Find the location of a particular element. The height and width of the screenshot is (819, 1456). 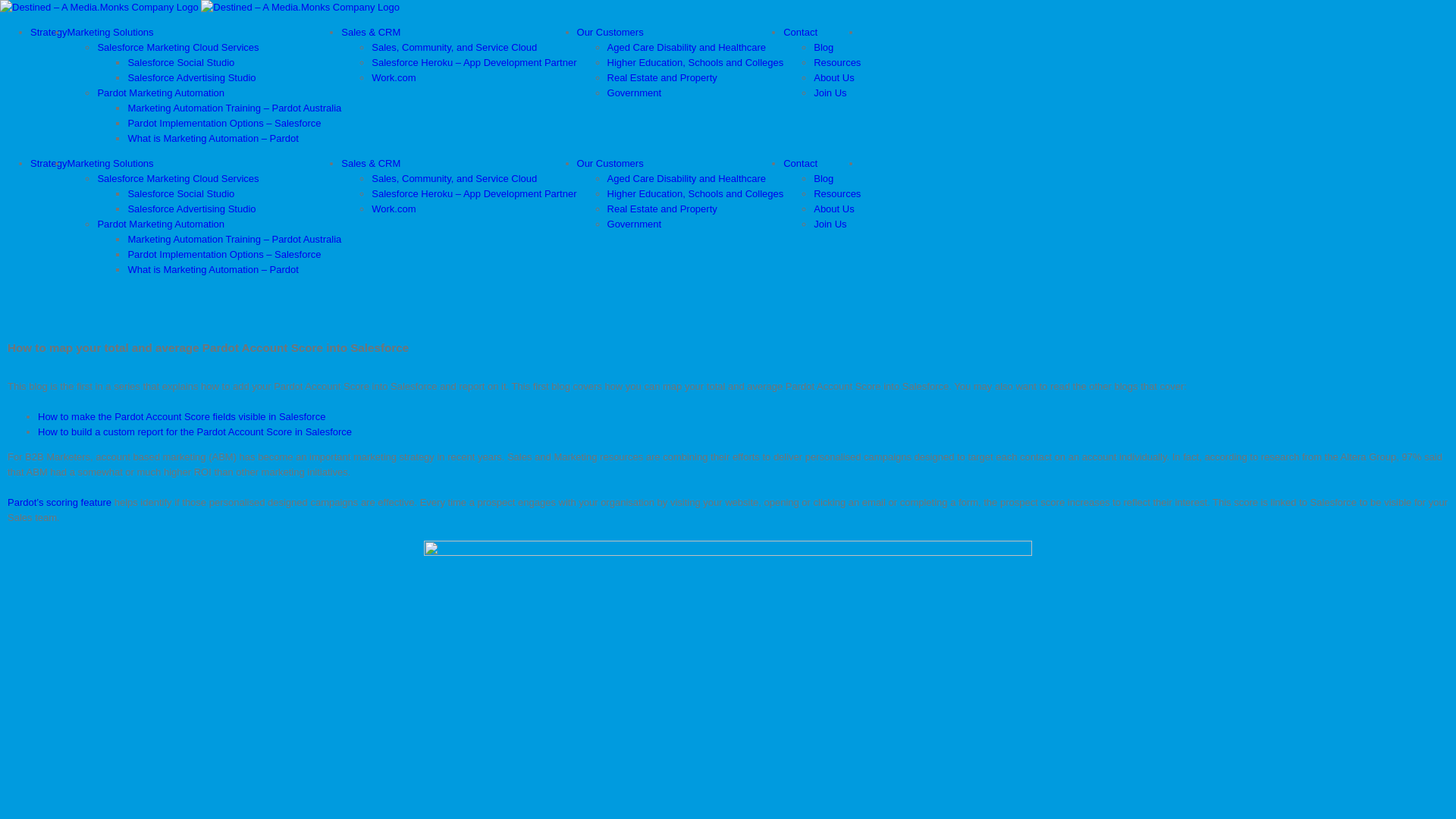

'Strategy' is located at coordinates (30, 32).